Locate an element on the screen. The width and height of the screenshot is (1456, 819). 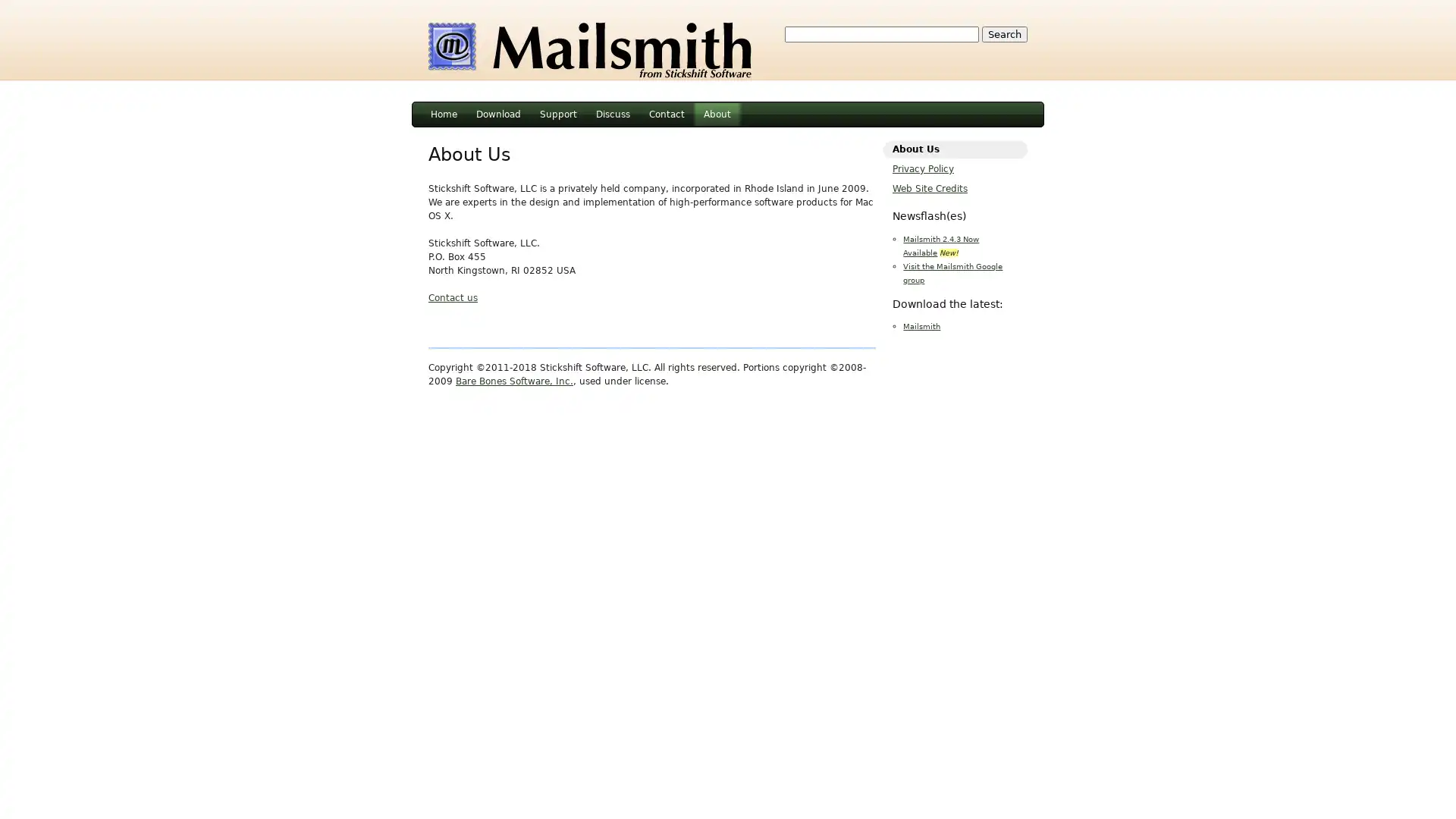
Search is located at coordinates (1004, 34).